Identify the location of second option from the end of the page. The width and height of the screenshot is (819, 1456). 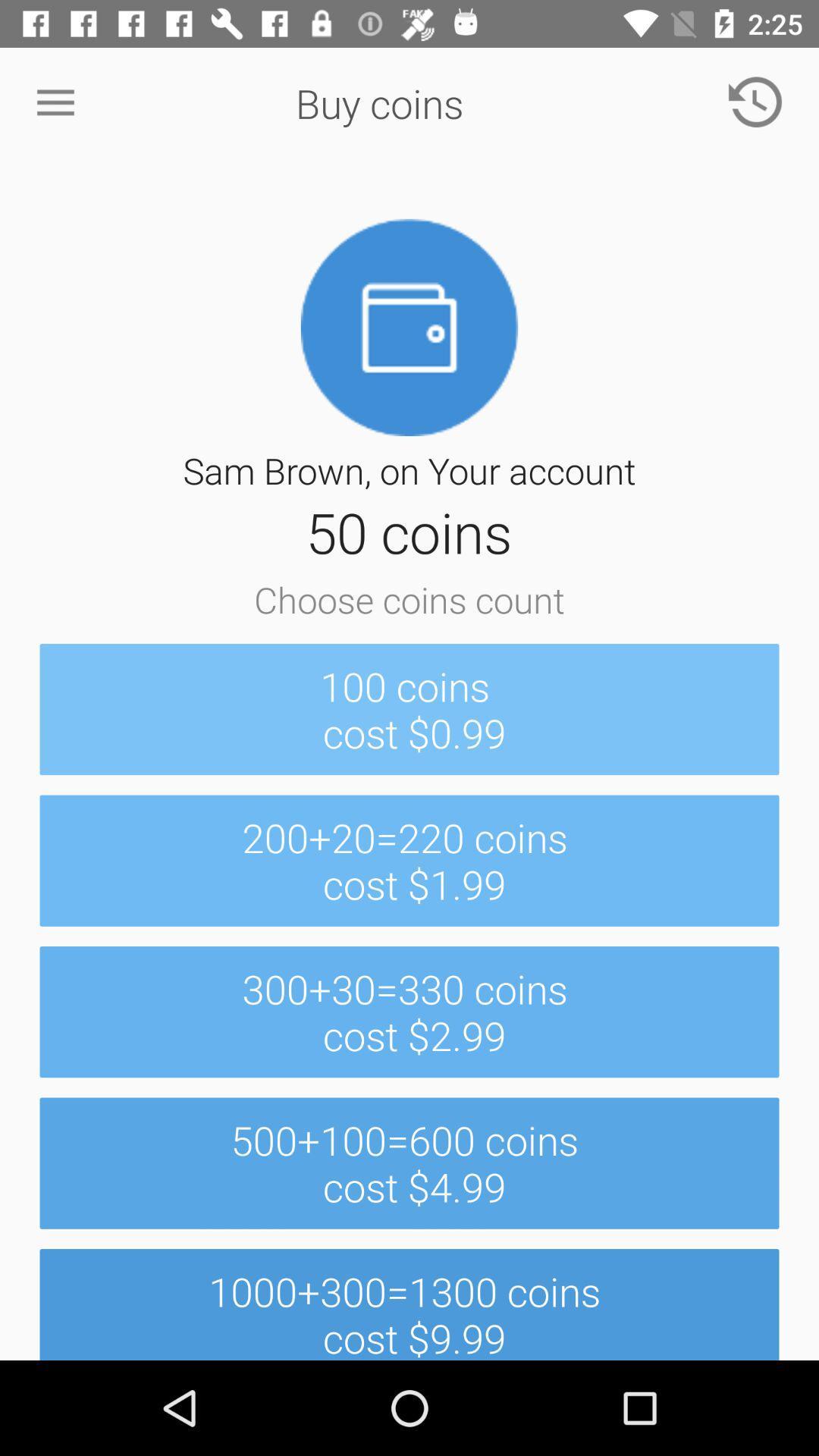
(409, 1163).